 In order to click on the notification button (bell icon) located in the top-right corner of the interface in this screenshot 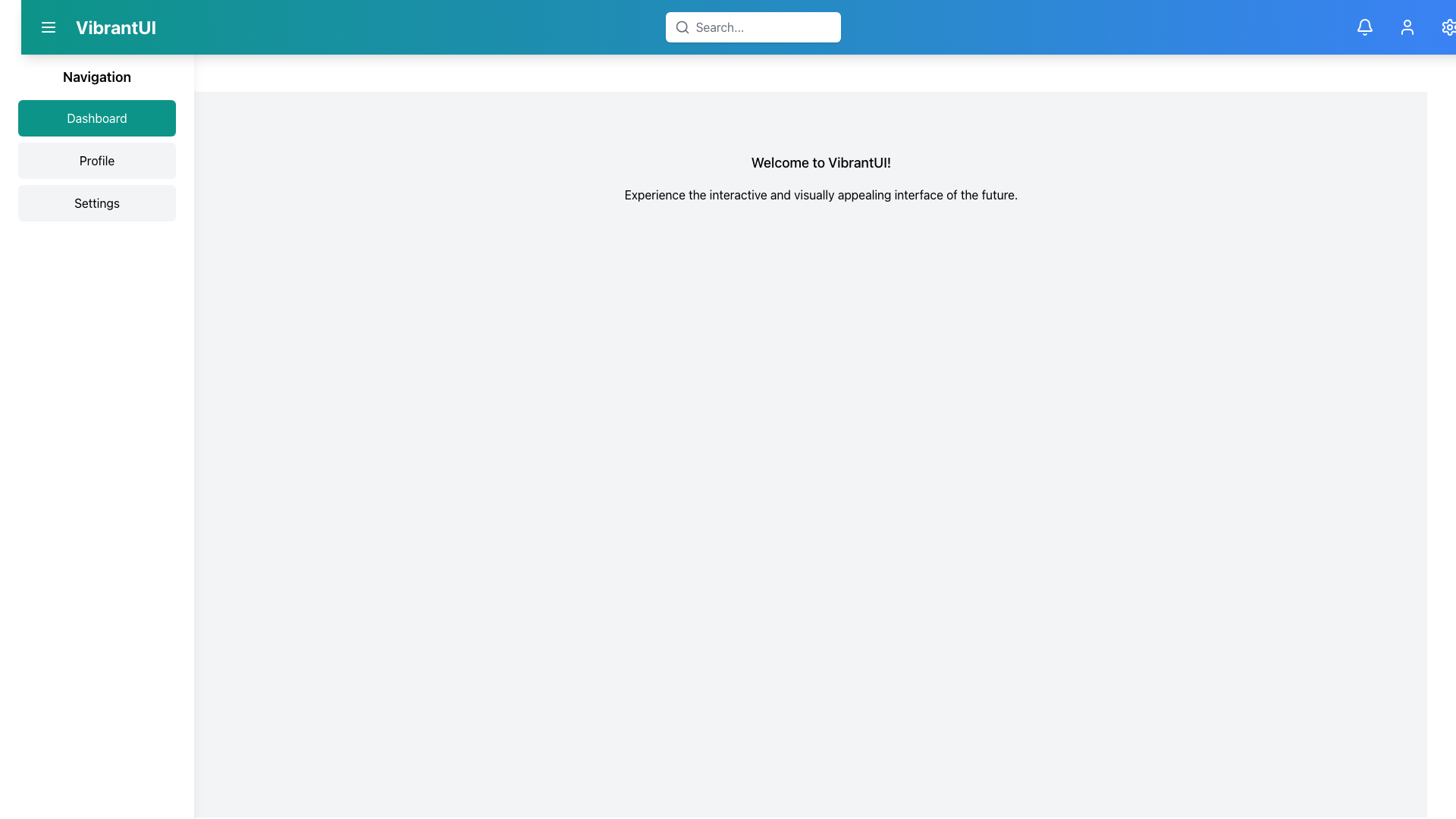, I will do `click(1364, 27)`.